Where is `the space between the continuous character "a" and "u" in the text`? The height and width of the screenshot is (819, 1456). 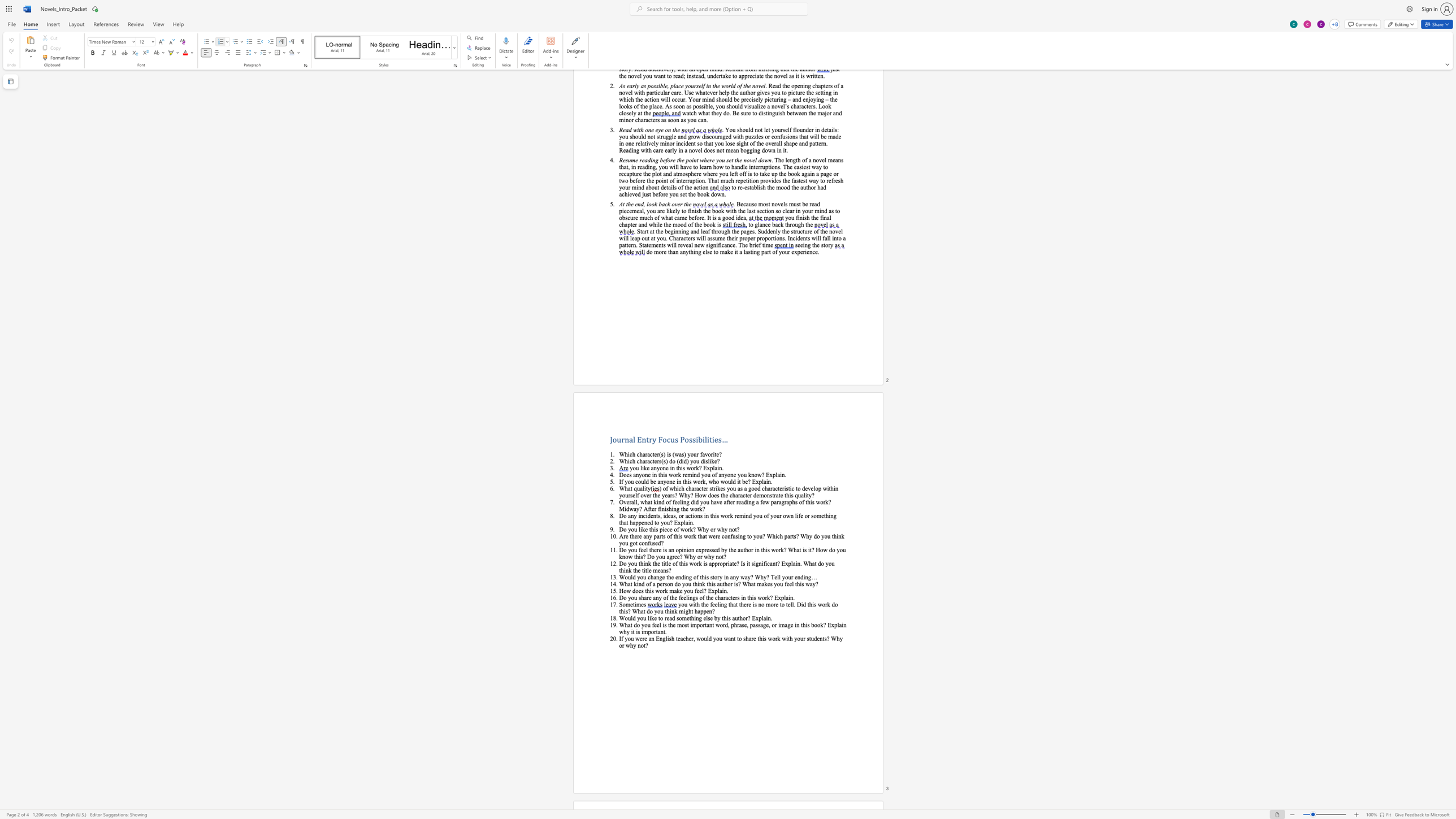 the space between the continuous character "a" and "u" in the text is located at coordinates (735, 617).